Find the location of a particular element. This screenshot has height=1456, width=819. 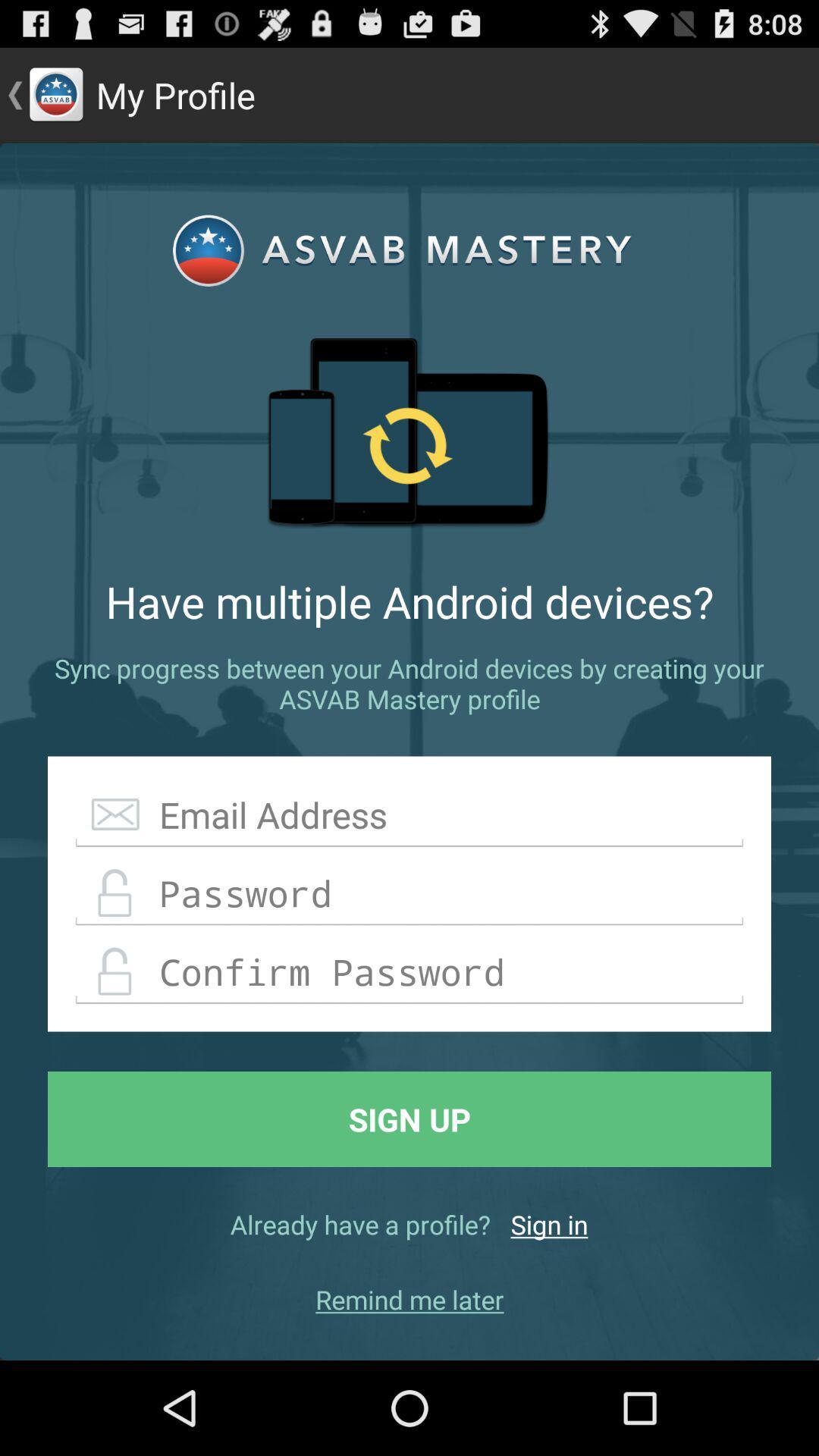

the item to the right of already have a app is located at coordinates (549, 1224).